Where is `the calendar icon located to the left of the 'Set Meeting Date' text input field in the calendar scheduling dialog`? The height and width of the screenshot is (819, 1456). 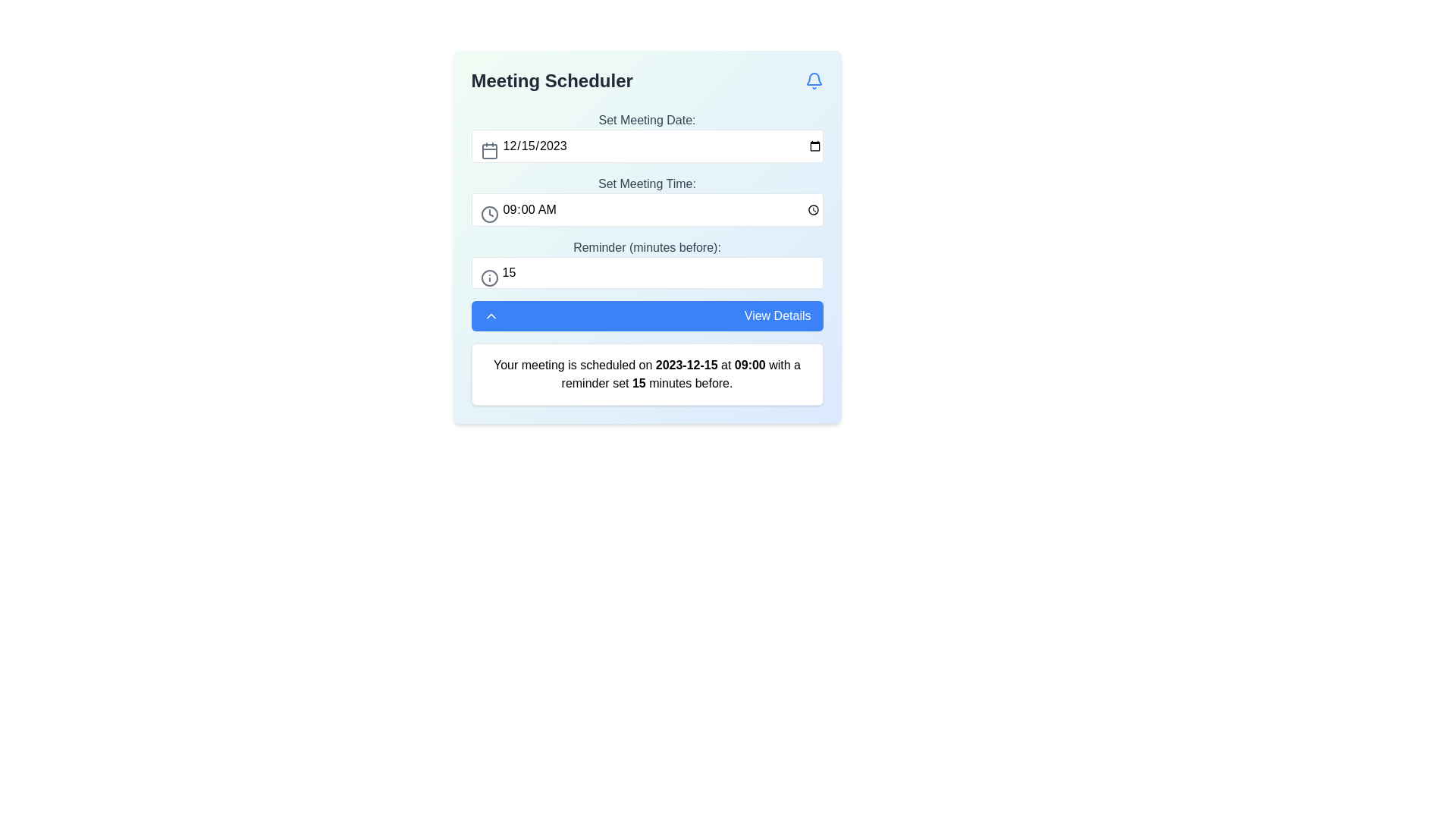
the calendar icon located to the left of the 'Set Meeting Date' text input field in the calendar scheduling dialog is located at coordinates (489, 151).